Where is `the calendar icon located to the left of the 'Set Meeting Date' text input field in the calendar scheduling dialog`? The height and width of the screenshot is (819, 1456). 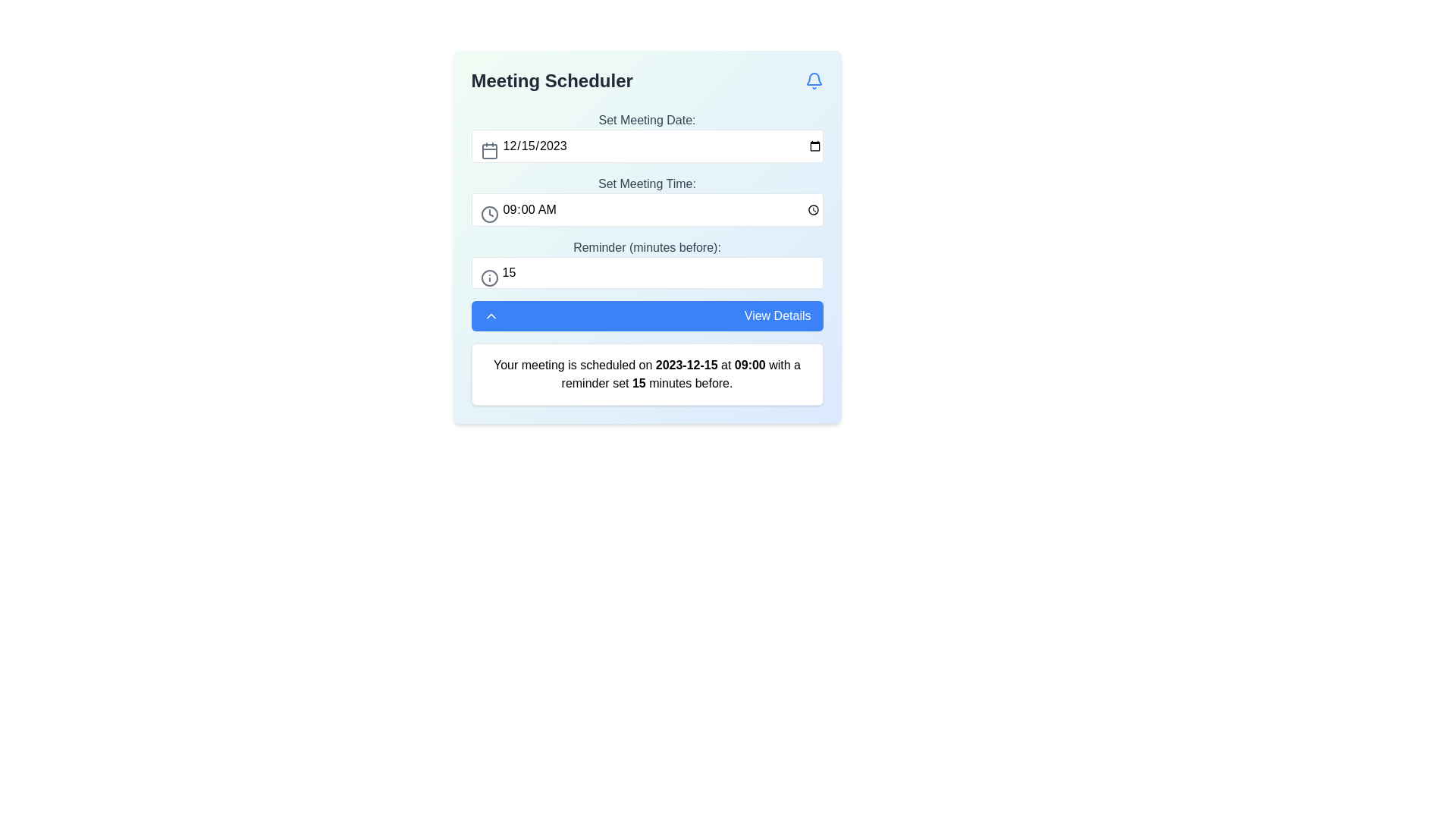
the calendar icon located to the left of the 'Set Meeting Date' text input field in the calendar scheduling dialog is located at coordinates (489, 151).